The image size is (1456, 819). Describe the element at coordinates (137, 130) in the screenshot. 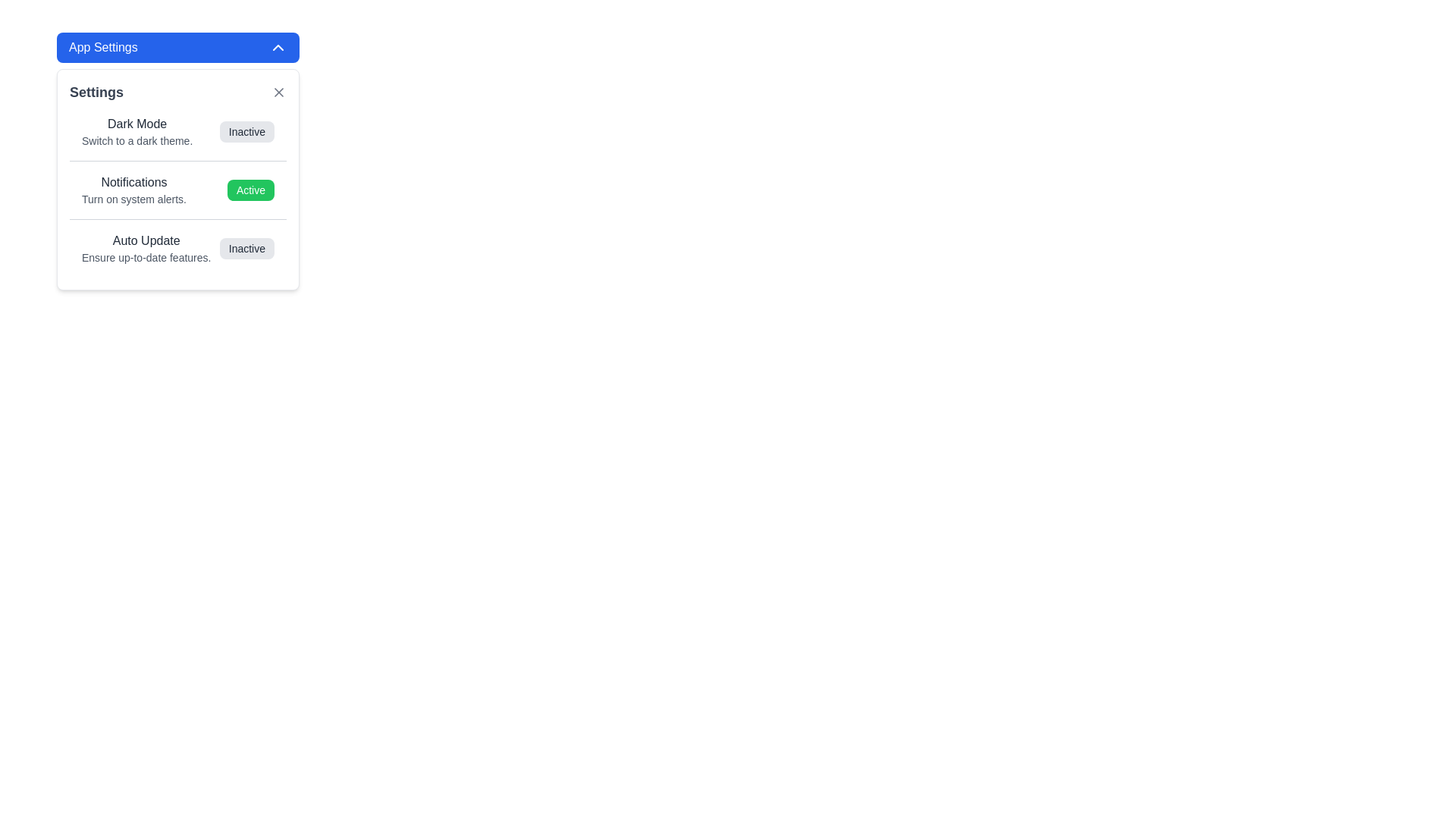

I see `the informational text block titled 'Dark Mode' which contains the description 'Switch to a dark theme.' located at the top of the settings options list in the 'Settings' dialog box` at that location.